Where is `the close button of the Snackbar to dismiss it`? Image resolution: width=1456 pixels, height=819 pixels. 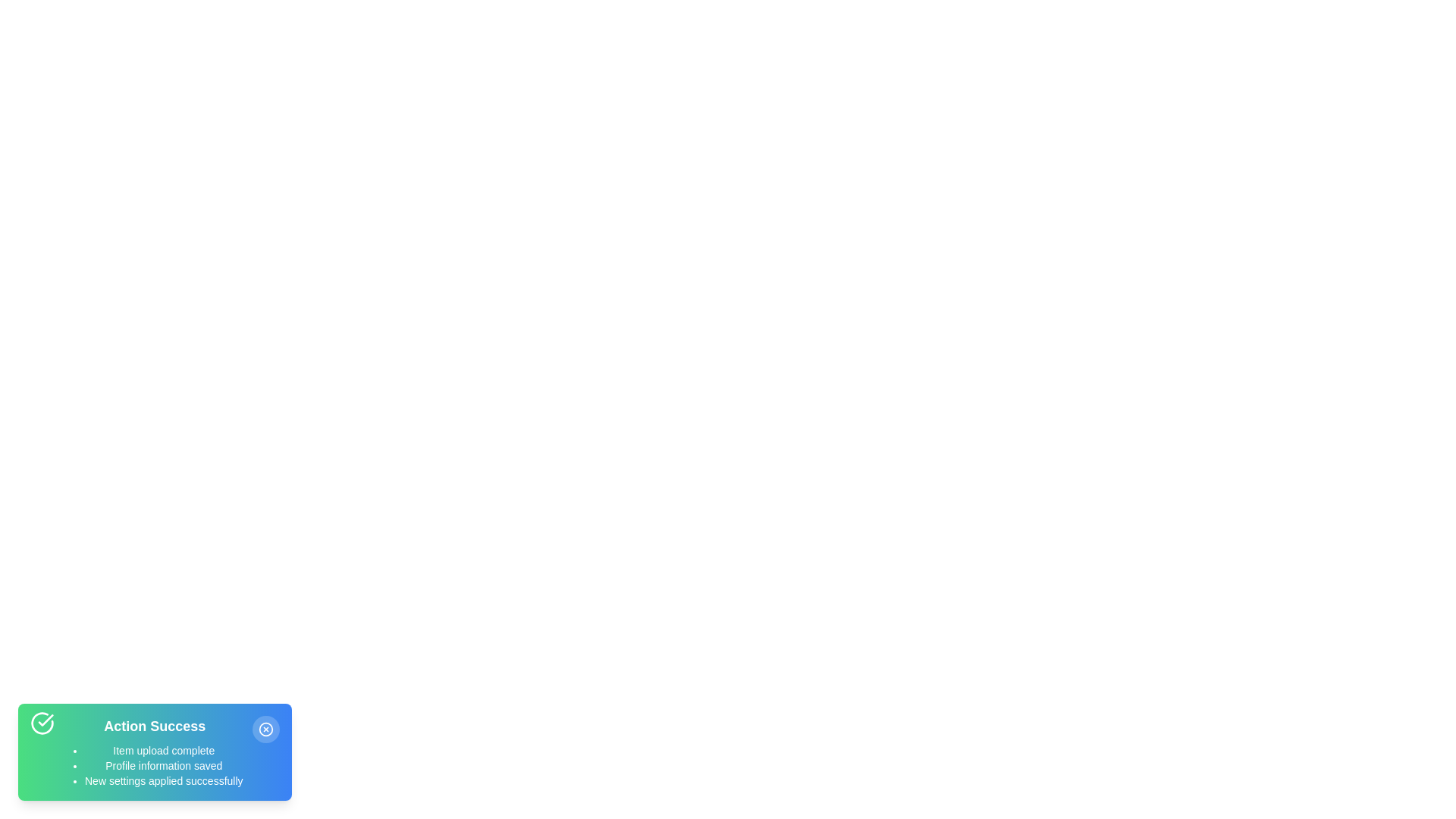 the close button of the Snackbar to dismiss it is located at coordinates (265, 728).